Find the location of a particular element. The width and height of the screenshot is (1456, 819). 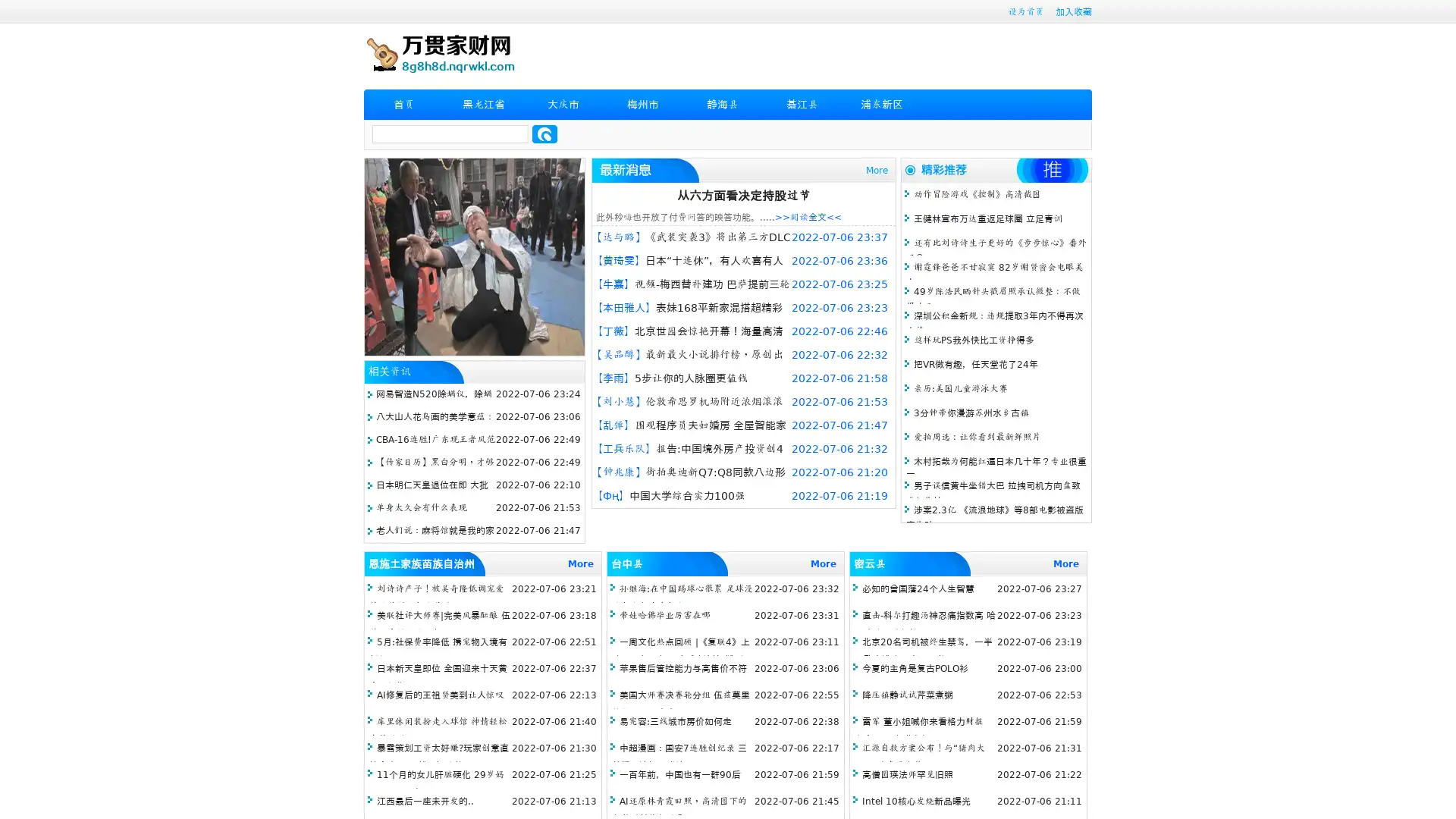

Search is located at coordinates (544, 133).